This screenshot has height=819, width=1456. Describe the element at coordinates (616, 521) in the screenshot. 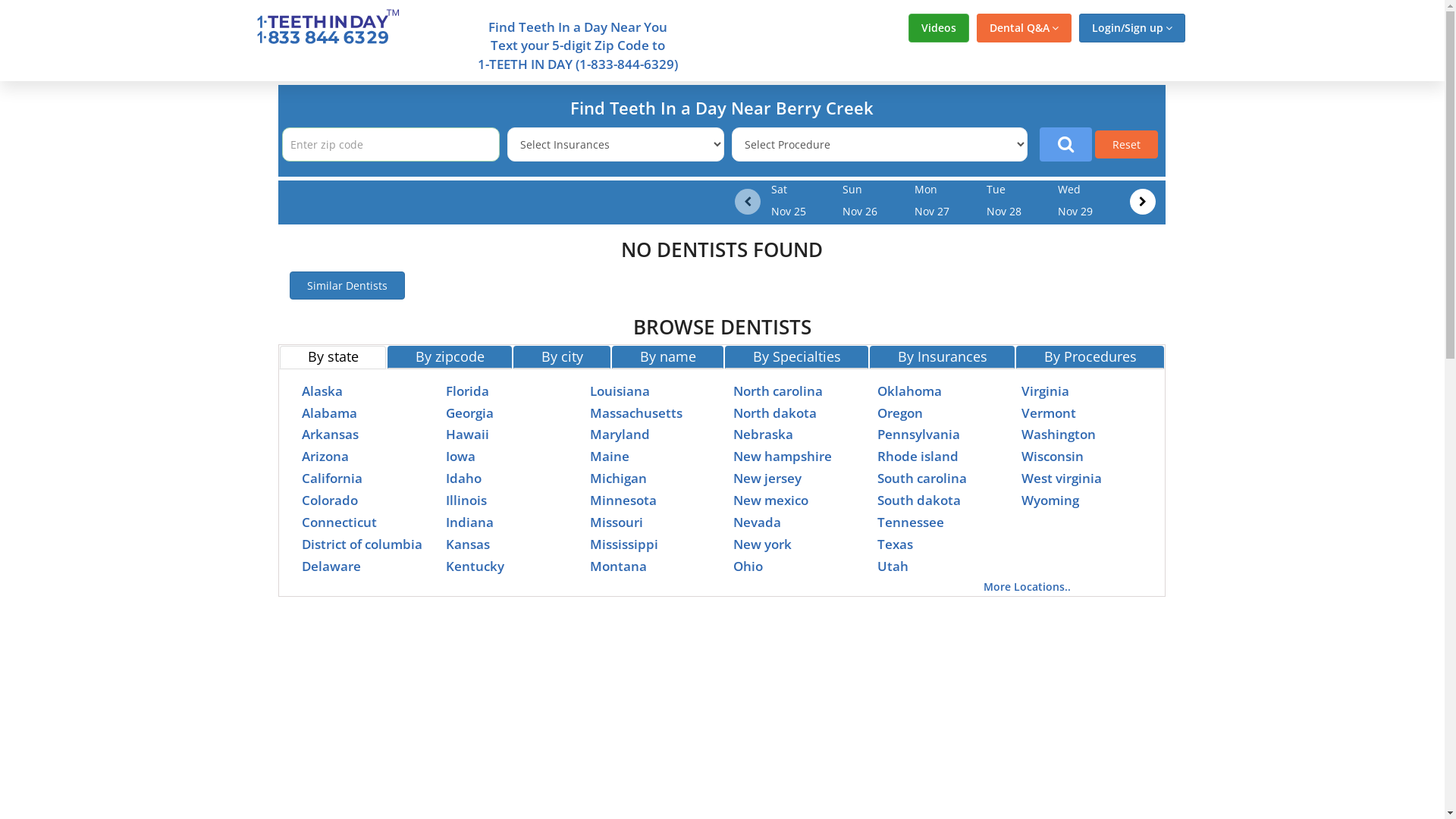

I see `'Missouri'` at that location.